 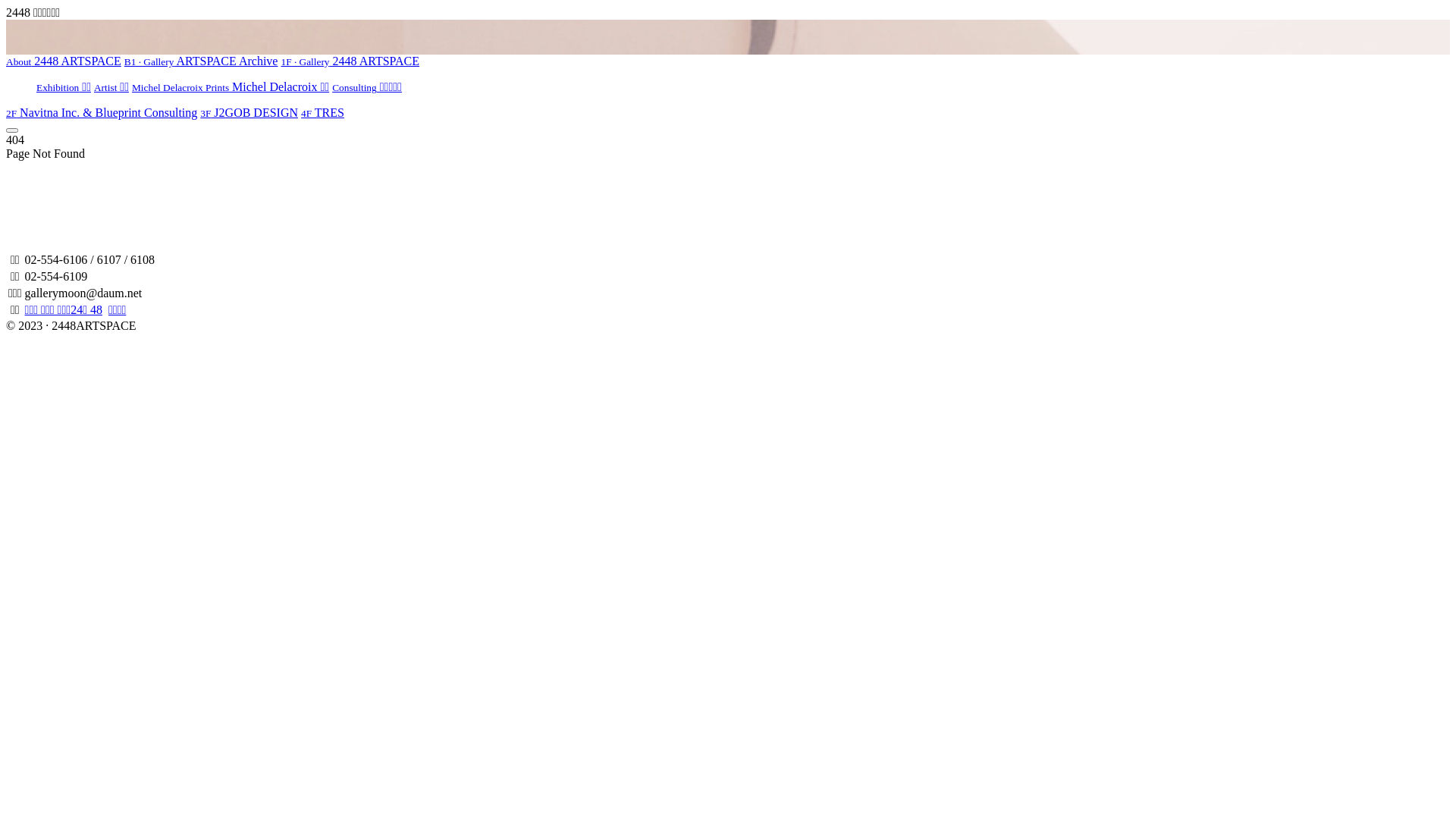 What do you see at coordinates (301, 111) in the screenshot?
I see `'4F TRES'` at bounding box center [301, 111].